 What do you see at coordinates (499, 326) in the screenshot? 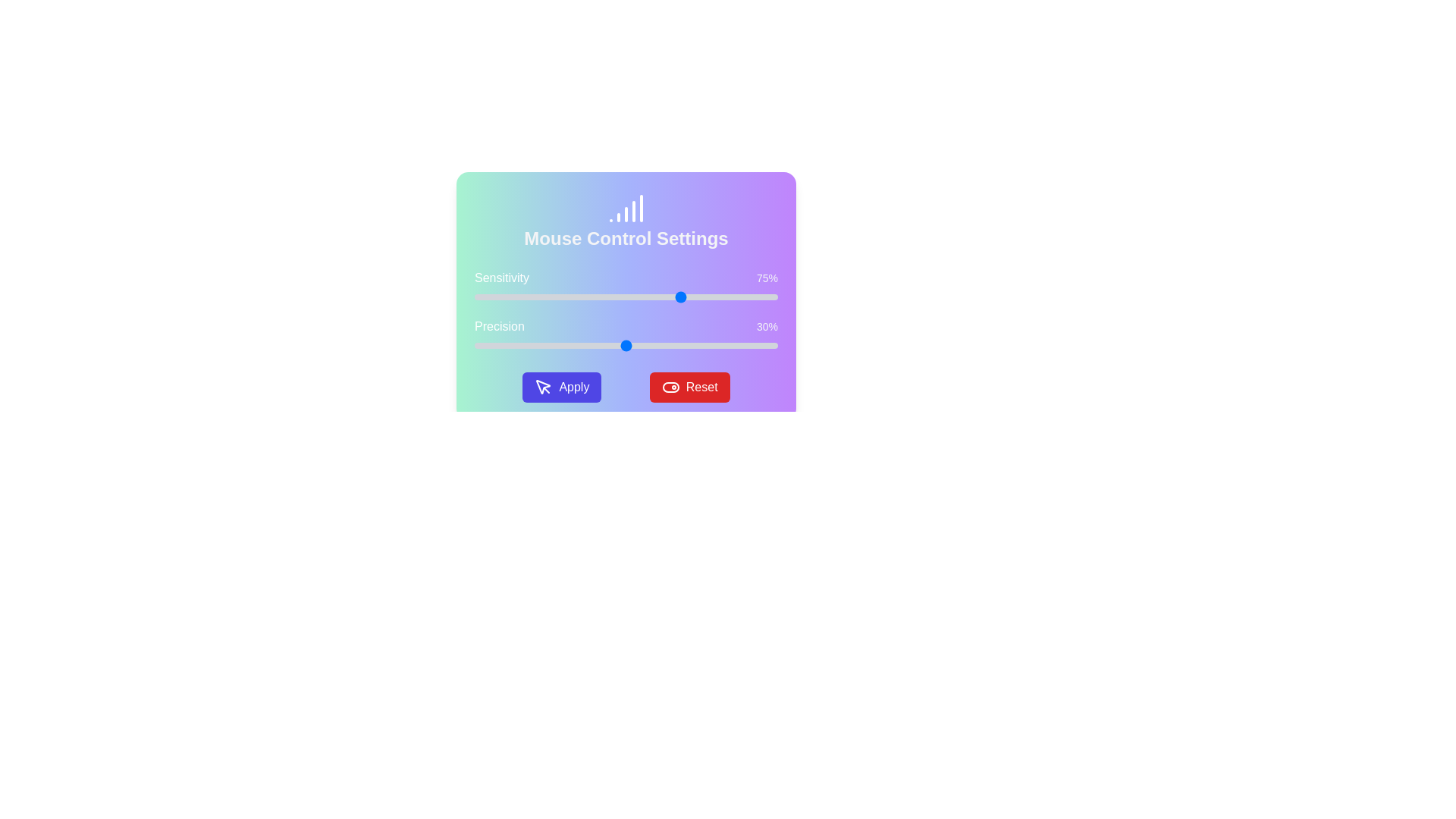
I see `the static text label displaying 'Precision', which features a medium-sized white font on a colorful gradient background, located in the settings panel for 'Mouse Control Settings'` at bounding box center [499, 326].